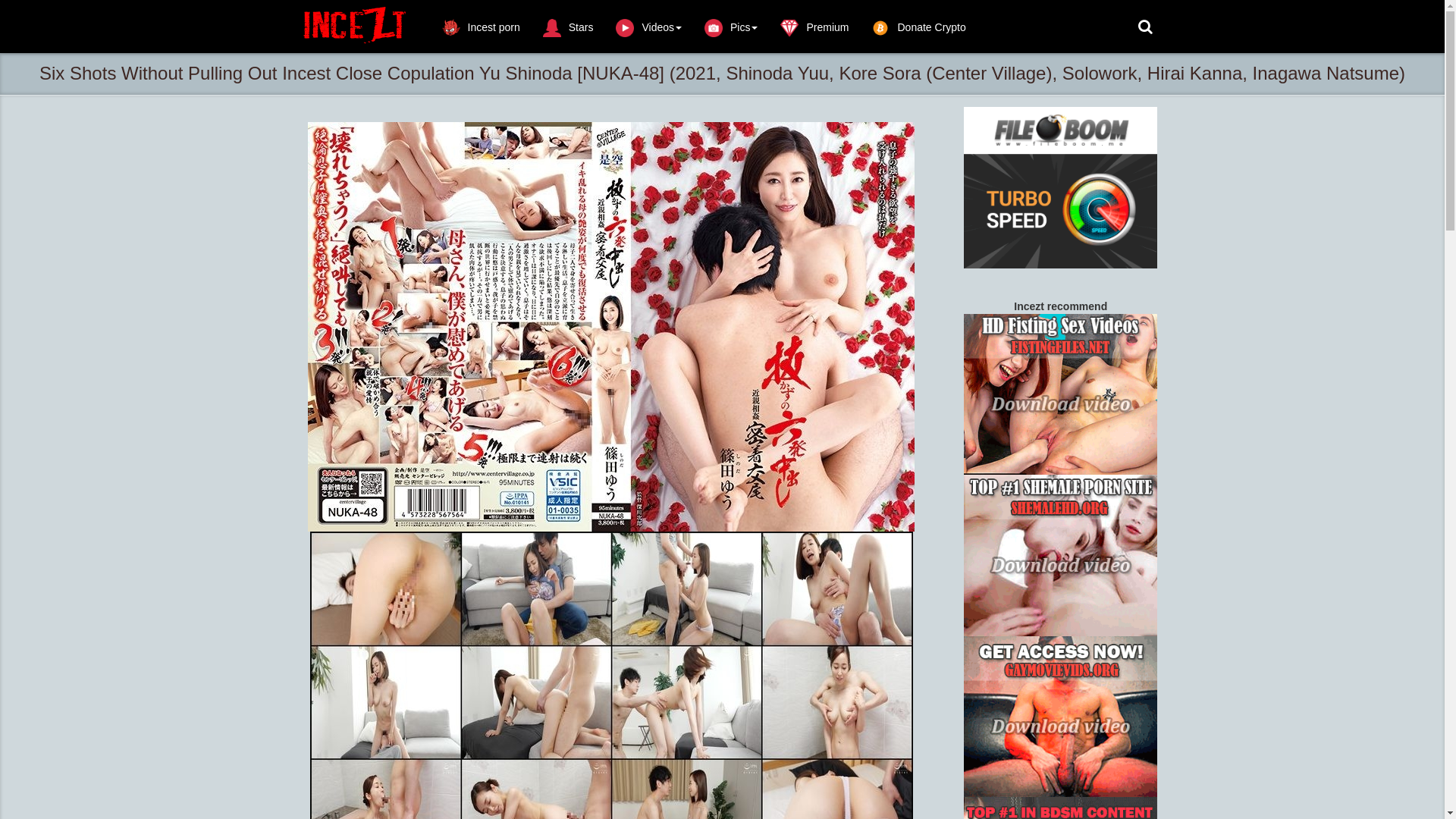  I want to click on 'gaymovievids', so click(1059, 717).